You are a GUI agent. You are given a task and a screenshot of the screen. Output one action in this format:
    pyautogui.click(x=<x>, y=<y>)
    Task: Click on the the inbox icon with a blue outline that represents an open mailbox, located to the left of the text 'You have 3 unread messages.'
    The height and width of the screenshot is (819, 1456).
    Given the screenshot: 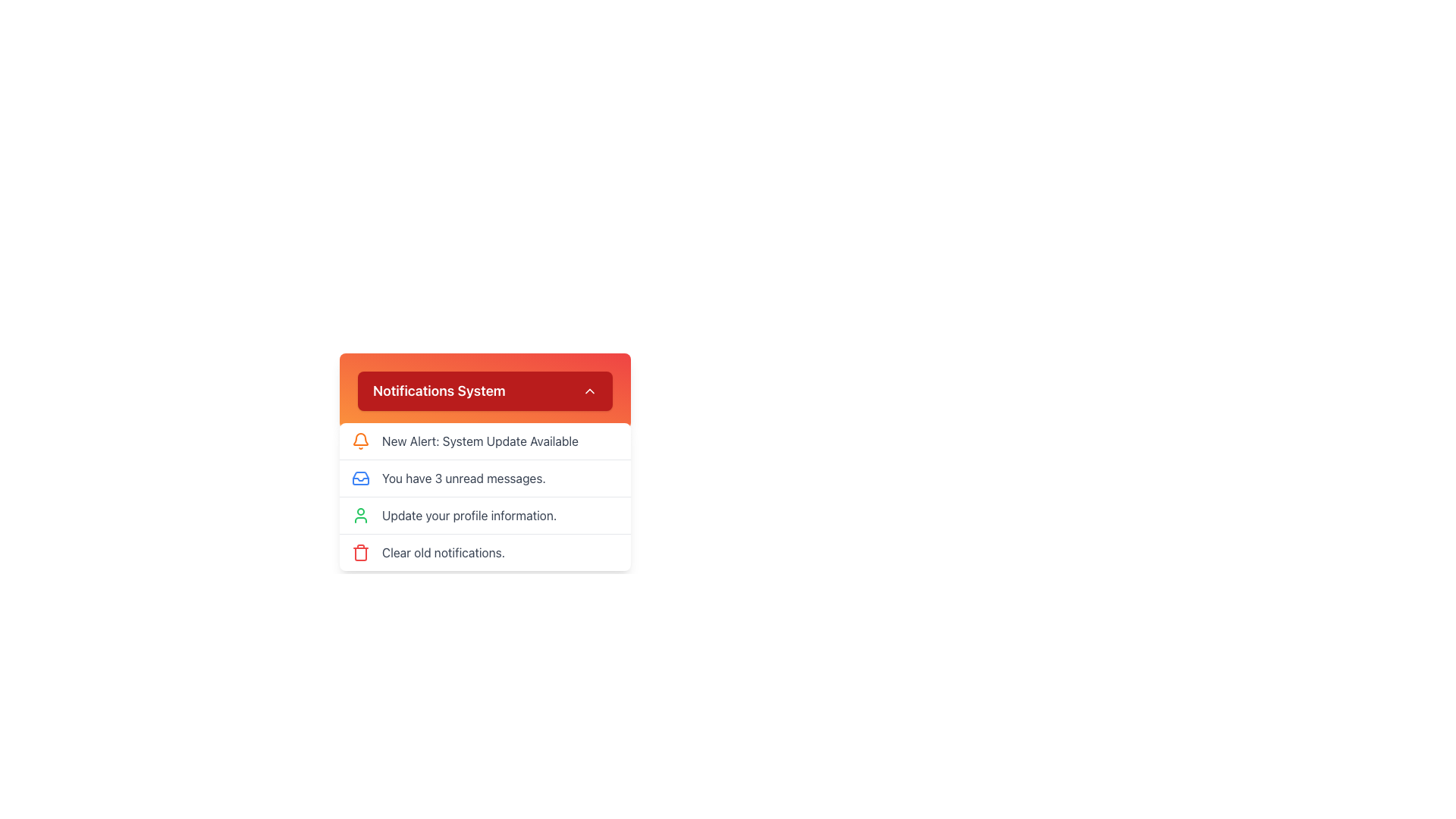 What is the action you would take?
    pyautogui.click(x=359, y=479)
    